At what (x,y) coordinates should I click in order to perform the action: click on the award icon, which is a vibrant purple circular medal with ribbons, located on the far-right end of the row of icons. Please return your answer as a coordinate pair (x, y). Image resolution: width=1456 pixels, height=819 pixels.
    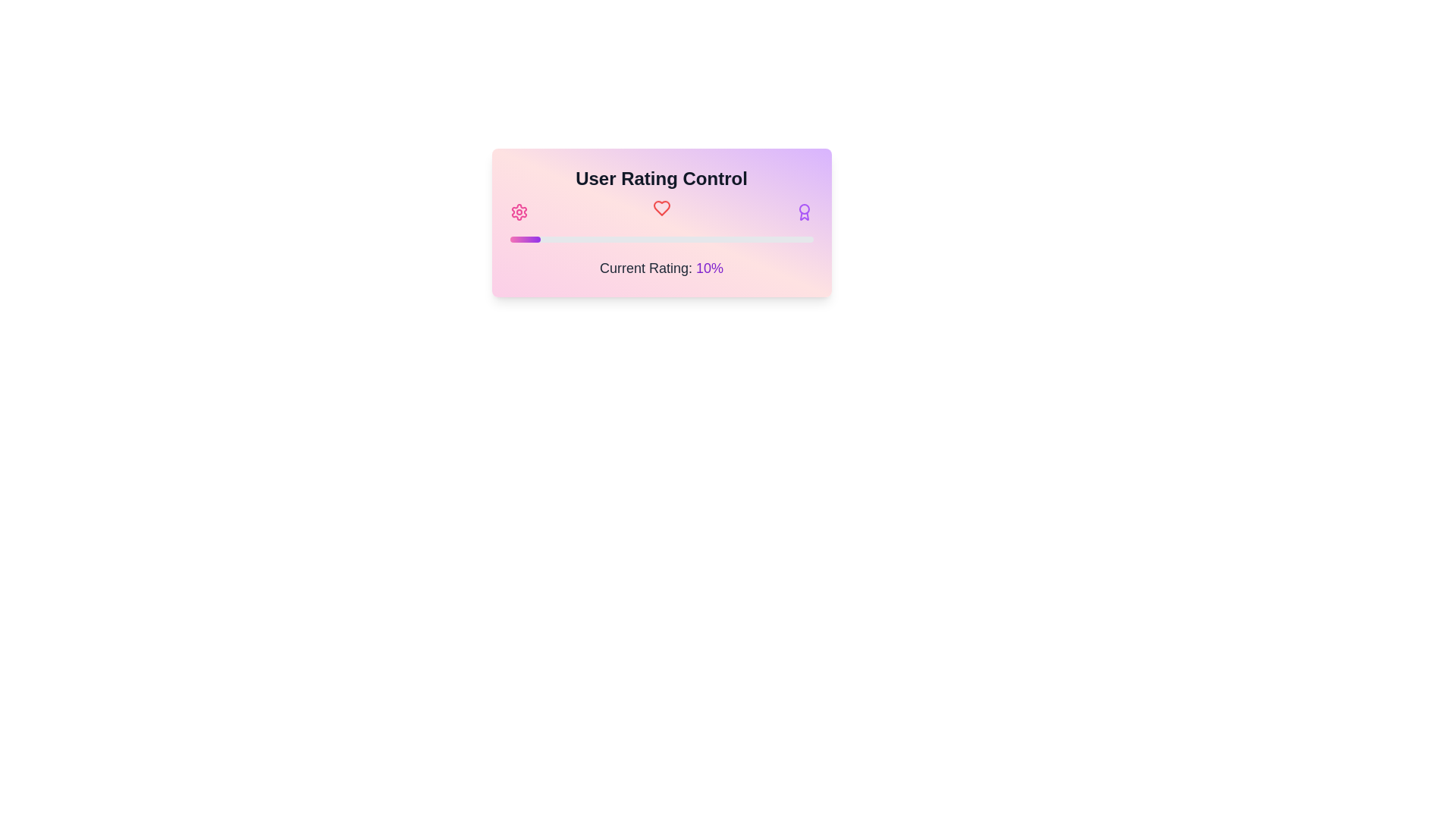
    Looking at the image, I should click on (803, 212).